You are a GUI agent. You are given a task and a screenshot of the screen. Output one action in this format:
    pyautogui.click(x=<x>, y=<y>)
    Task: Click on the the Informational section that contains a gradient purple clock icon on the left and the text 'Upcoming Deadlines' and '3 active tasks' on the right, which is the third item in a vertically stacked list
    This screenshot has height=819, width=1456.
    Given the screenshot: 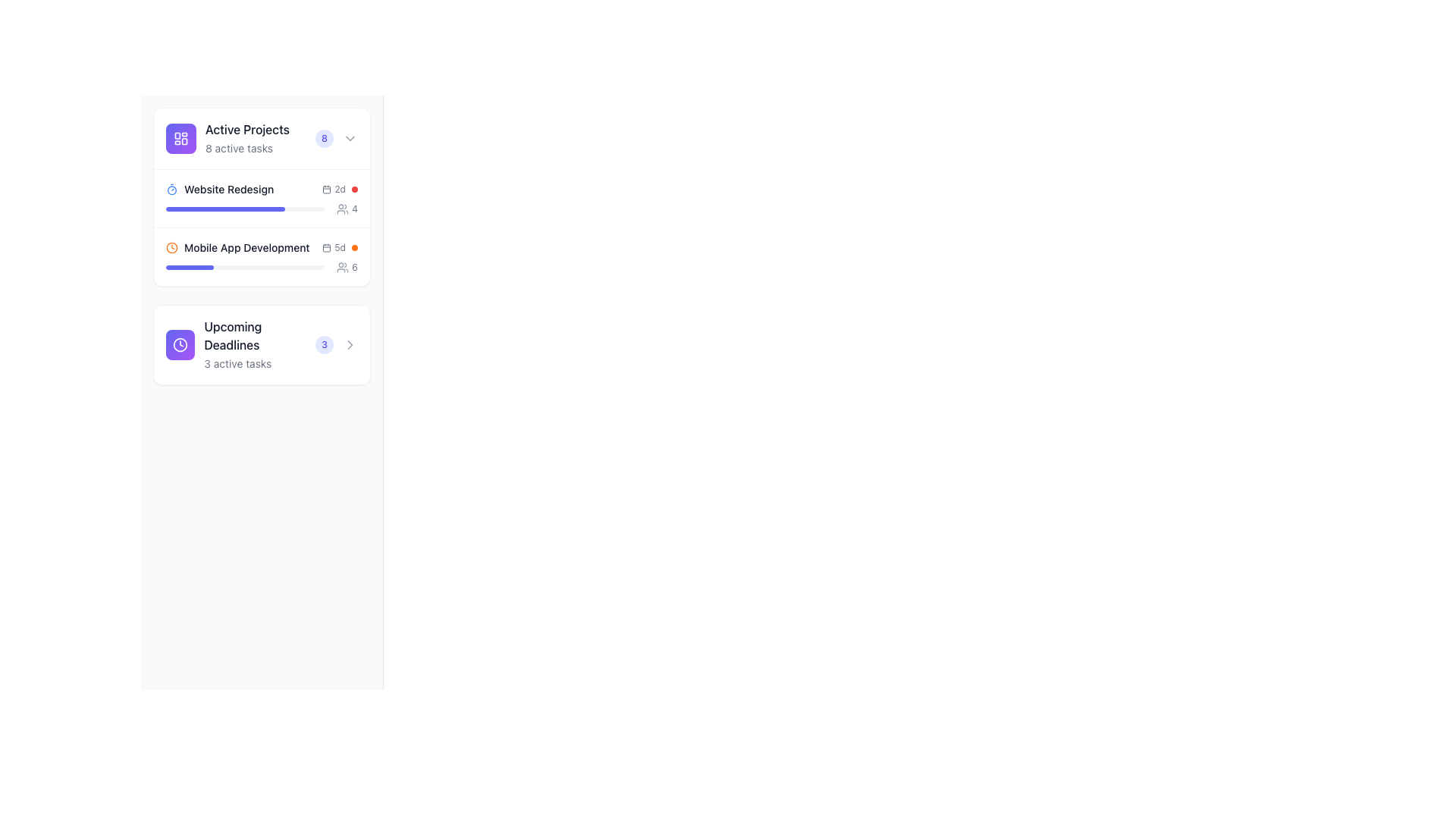 What is the action you would take?
    pyautogui.click(x=240, y=345)
    